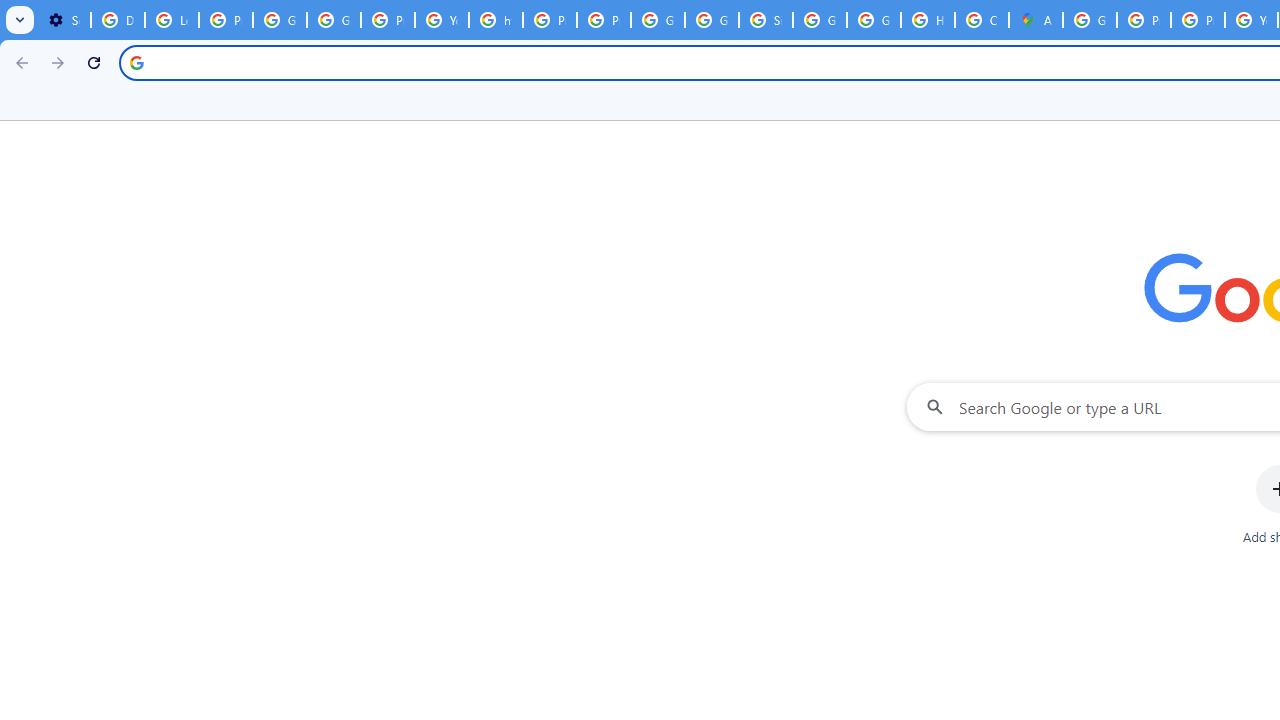 This screenshot has width=1280, height=720. What do you see at coordinates (1198, 20) in the screenshot?
I see `'Privacy Help Center - Policies Help'` at bounding box center [1198, 20].